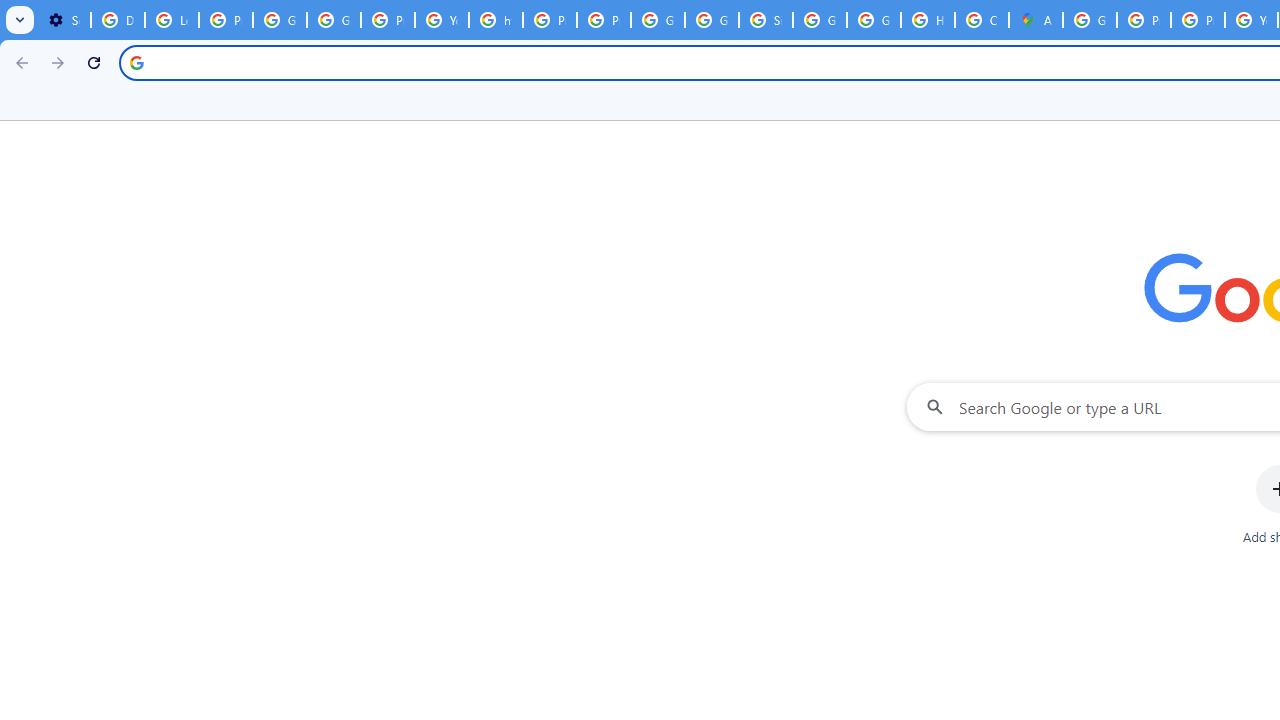 This screenshot has width=1280, height=720. What do you see at coordinates (1198, 20) in the screenshot?
I see `'Privacy Help Center - Policies Help'` at bounding box center [1198, 20].